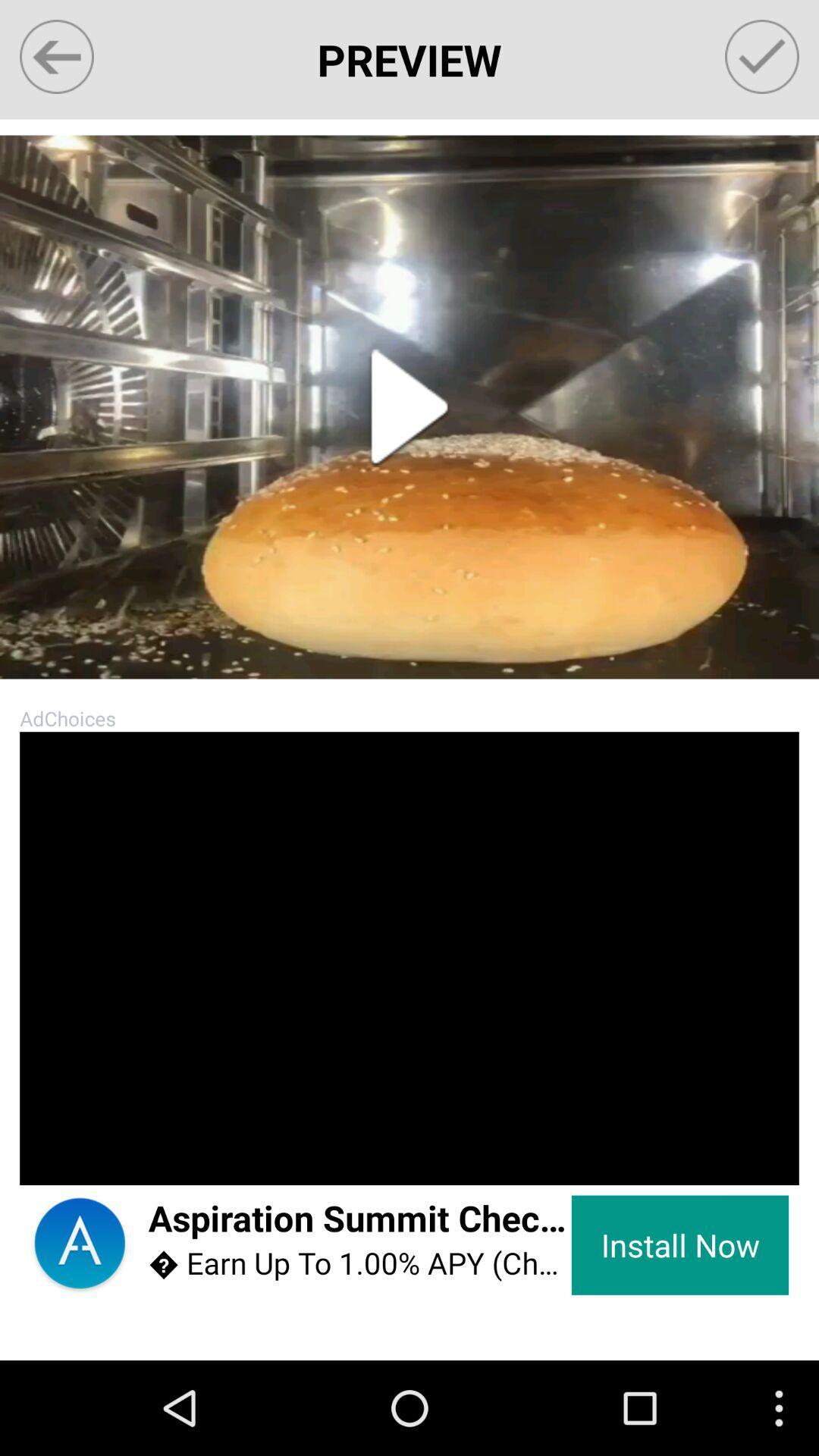 The width and height of the screenshot is (819, 1456). Describe the element at coordinates (80, 1245) in the screenshot. I see `app next to aspiration summit checking item` at that location.